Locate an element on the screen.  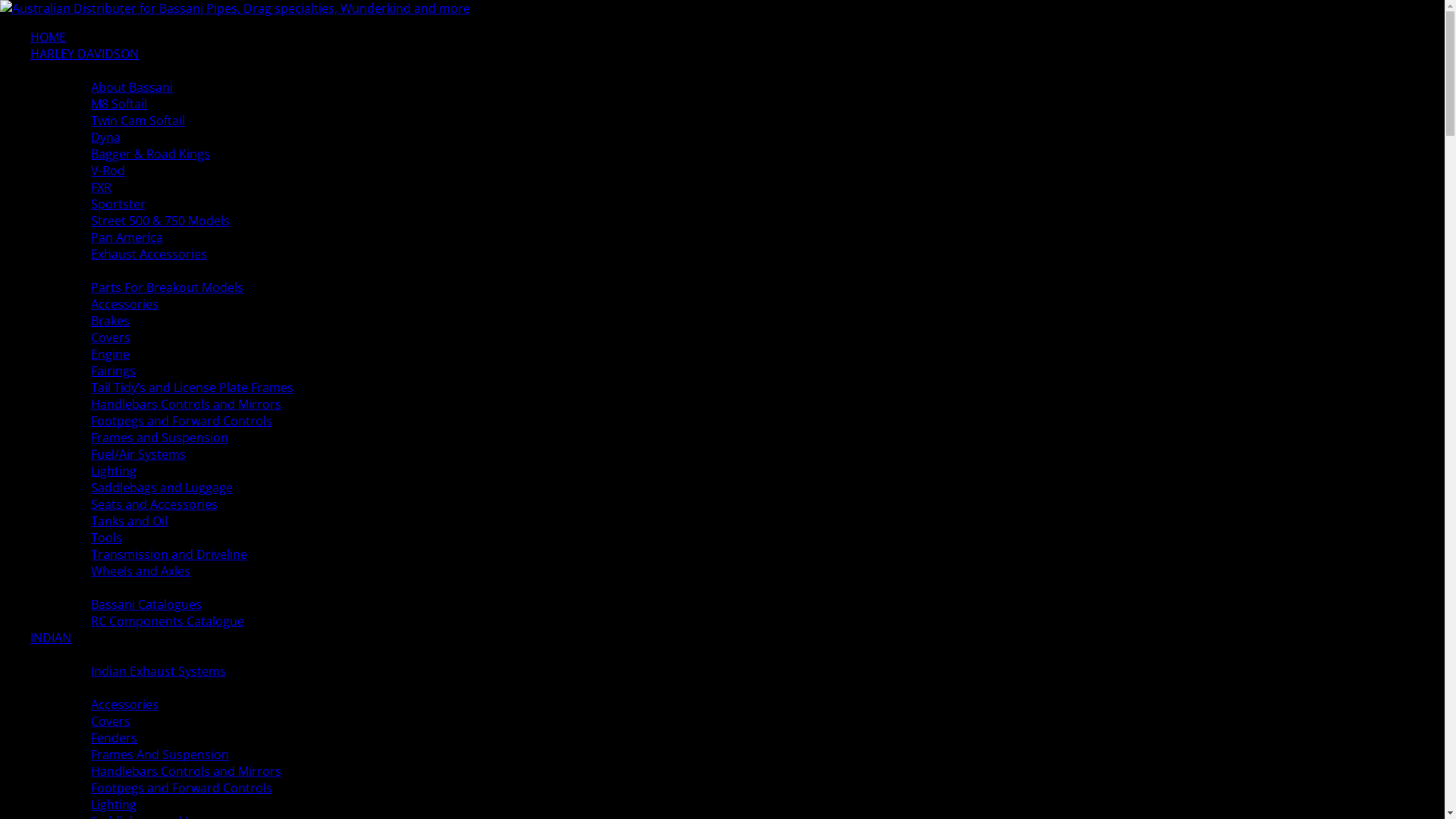
'Accessories' is located at coordinates (90, 704).